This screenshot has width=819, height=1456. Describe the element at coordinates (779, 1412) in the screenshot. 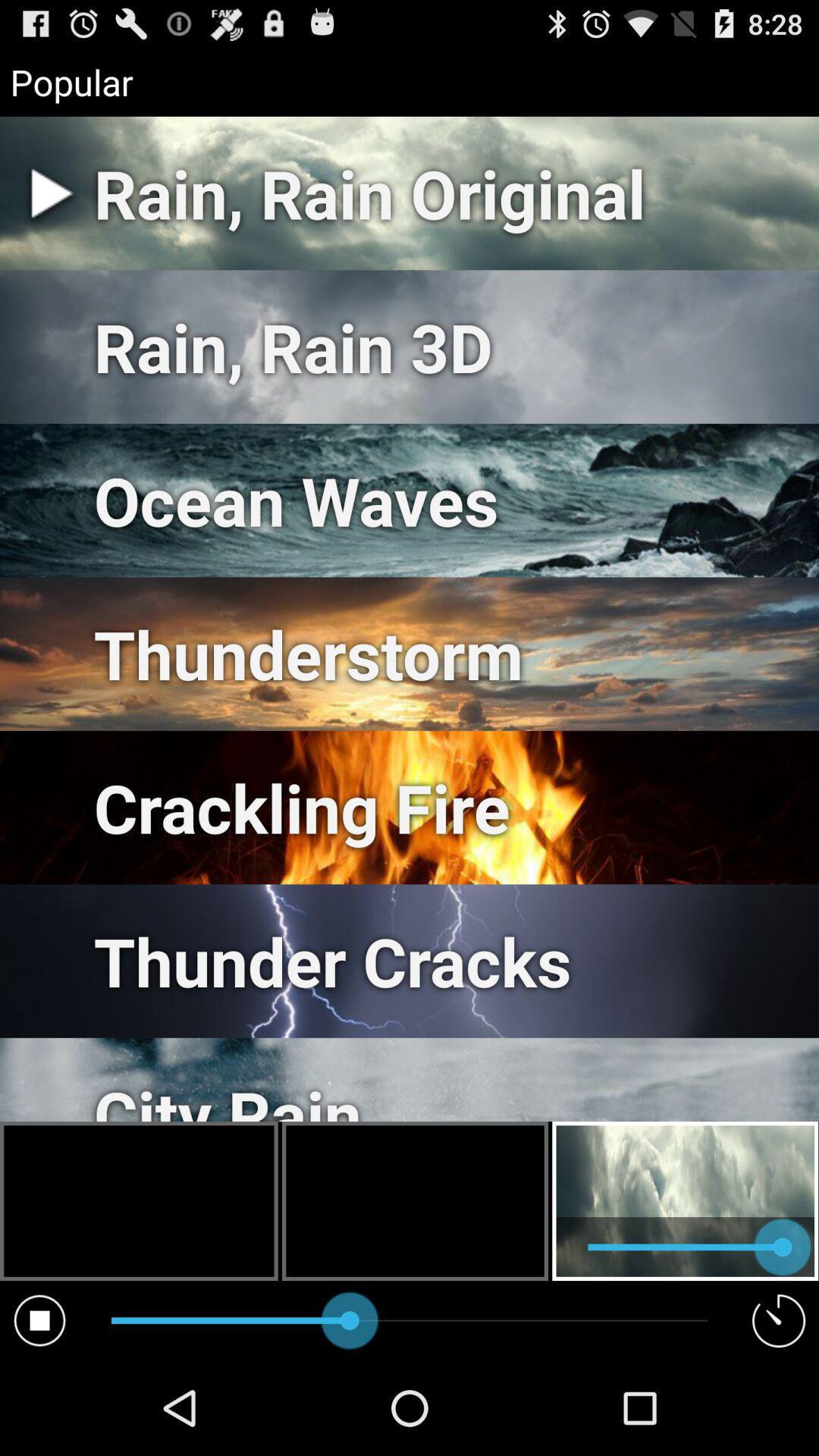

I see `the time icon` at that location.